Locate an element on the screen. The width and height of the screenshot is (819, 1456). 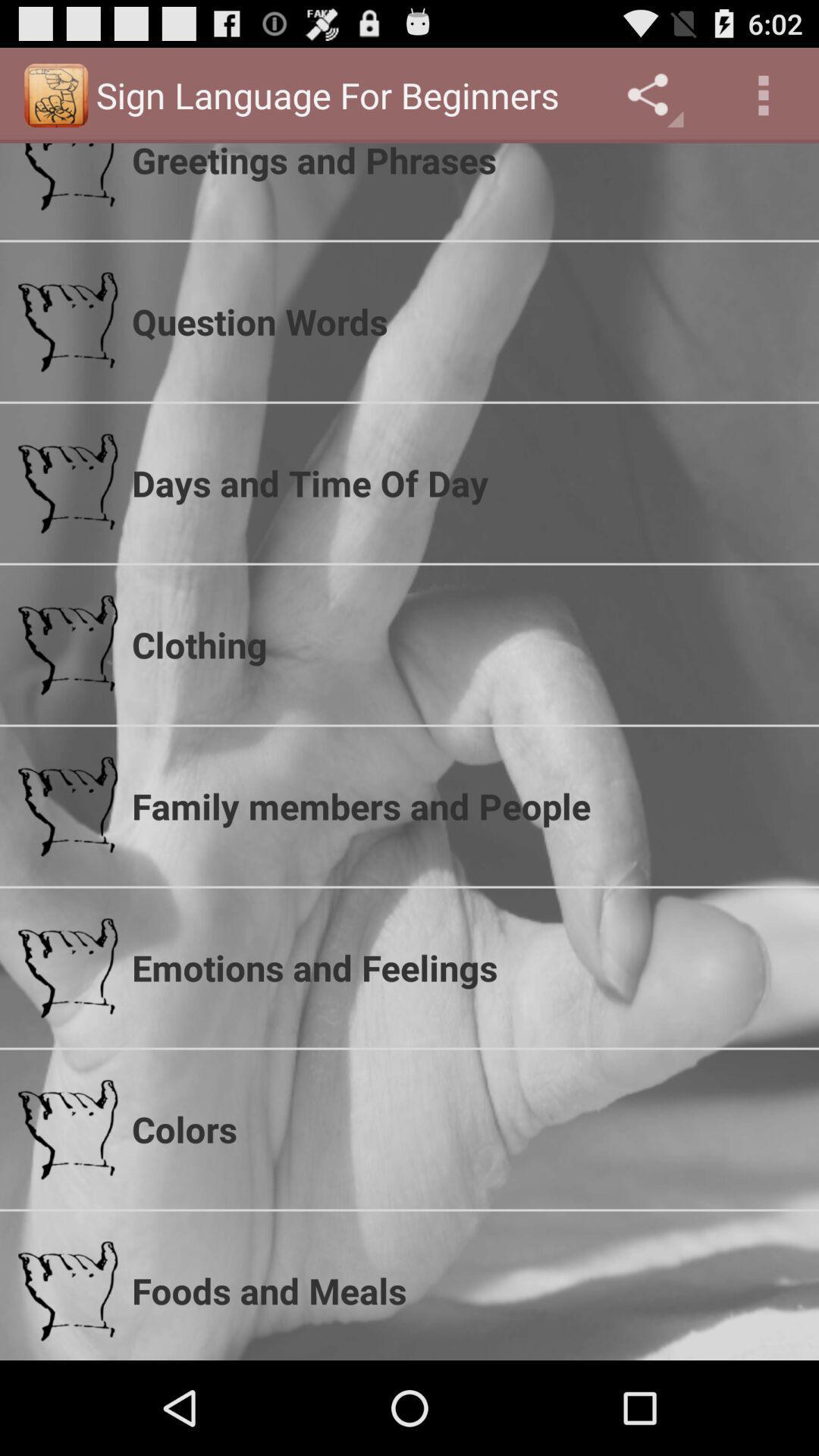
emotions and feelings app is located at coordinates (465, 967).